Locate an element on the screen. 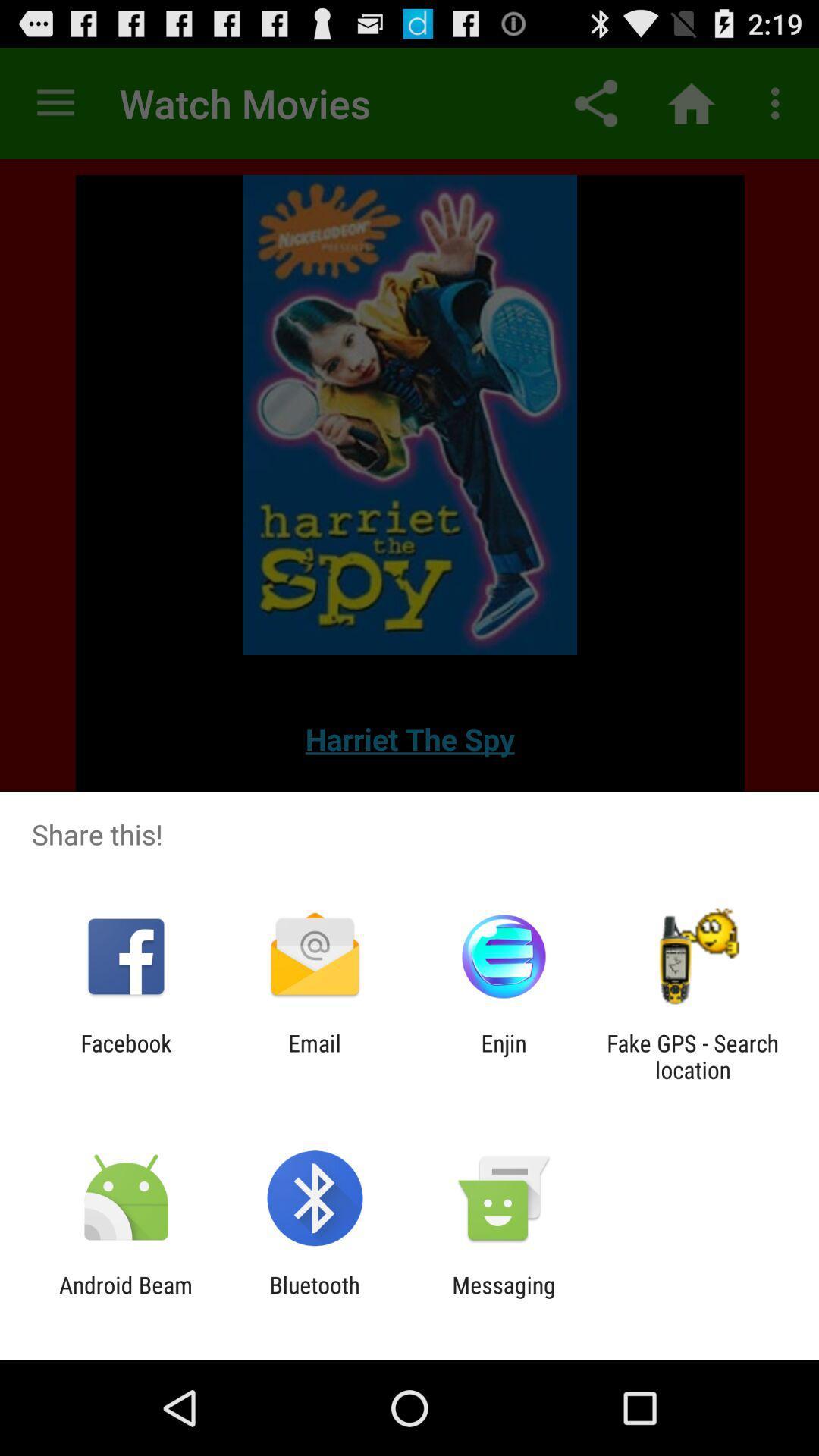  item at the bottom right corner is located at coordinates (692, 1056).